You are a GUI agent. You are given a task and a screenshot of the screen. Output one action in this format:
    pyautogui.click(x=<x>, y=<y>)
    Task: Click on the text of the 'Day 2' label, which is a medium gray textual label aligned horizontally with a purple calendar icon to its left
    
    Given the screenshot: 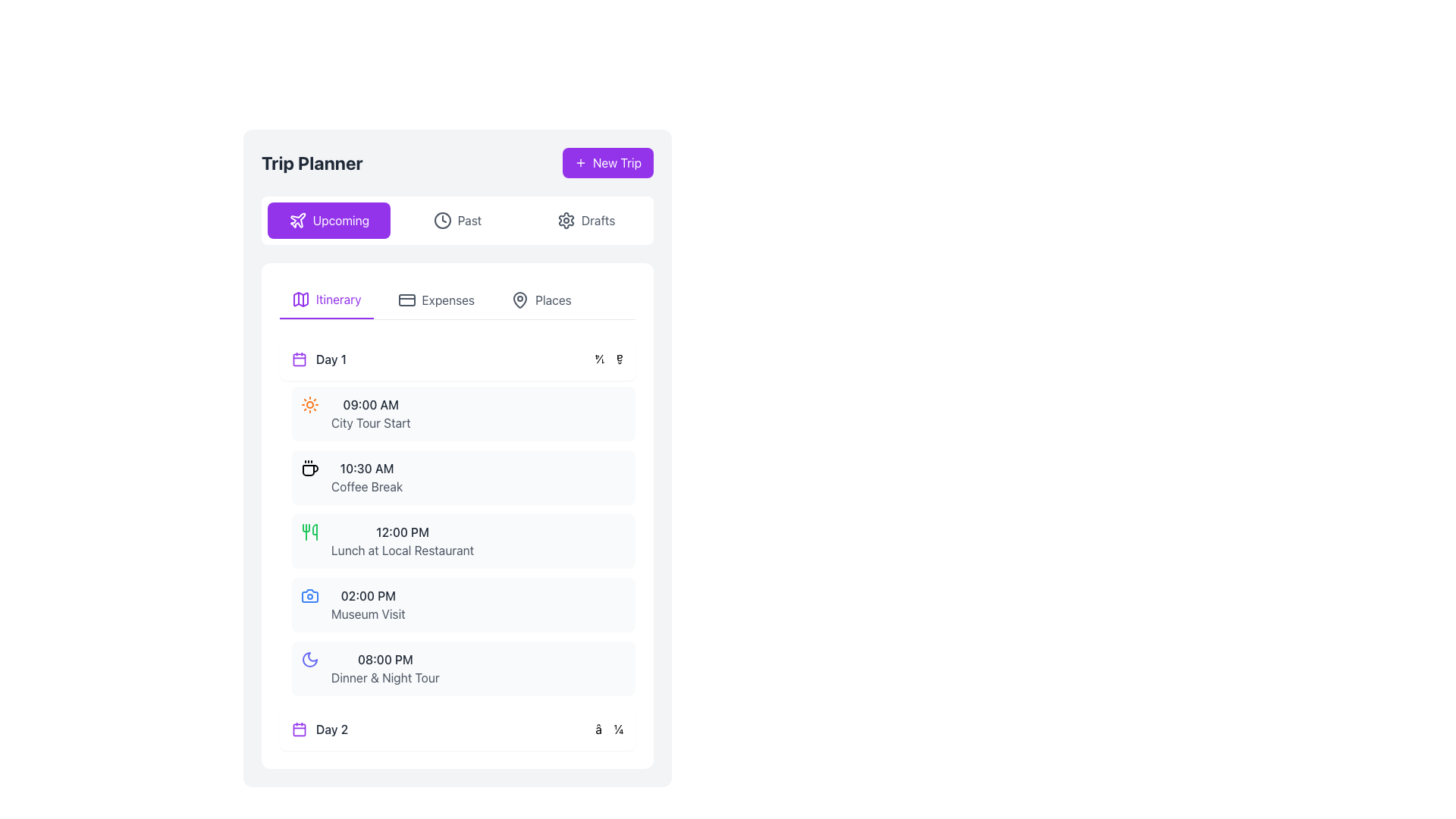 What is the action you would take?
    pyautogui.click(x=331, y=728)
    